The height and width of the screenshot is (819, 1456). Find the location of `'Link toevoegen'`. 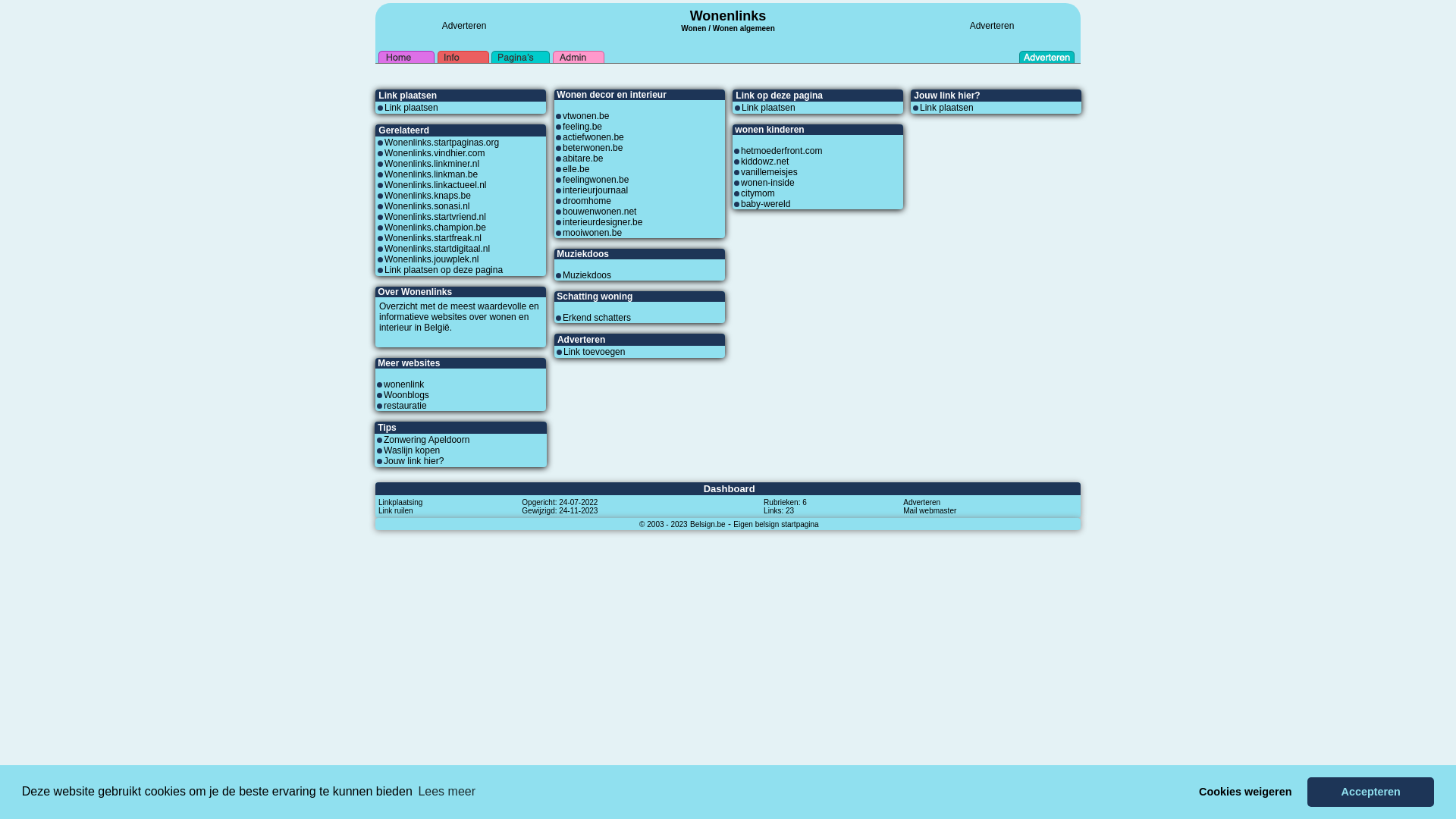

'Link toevoegen' is located at coordinates (593, 351).